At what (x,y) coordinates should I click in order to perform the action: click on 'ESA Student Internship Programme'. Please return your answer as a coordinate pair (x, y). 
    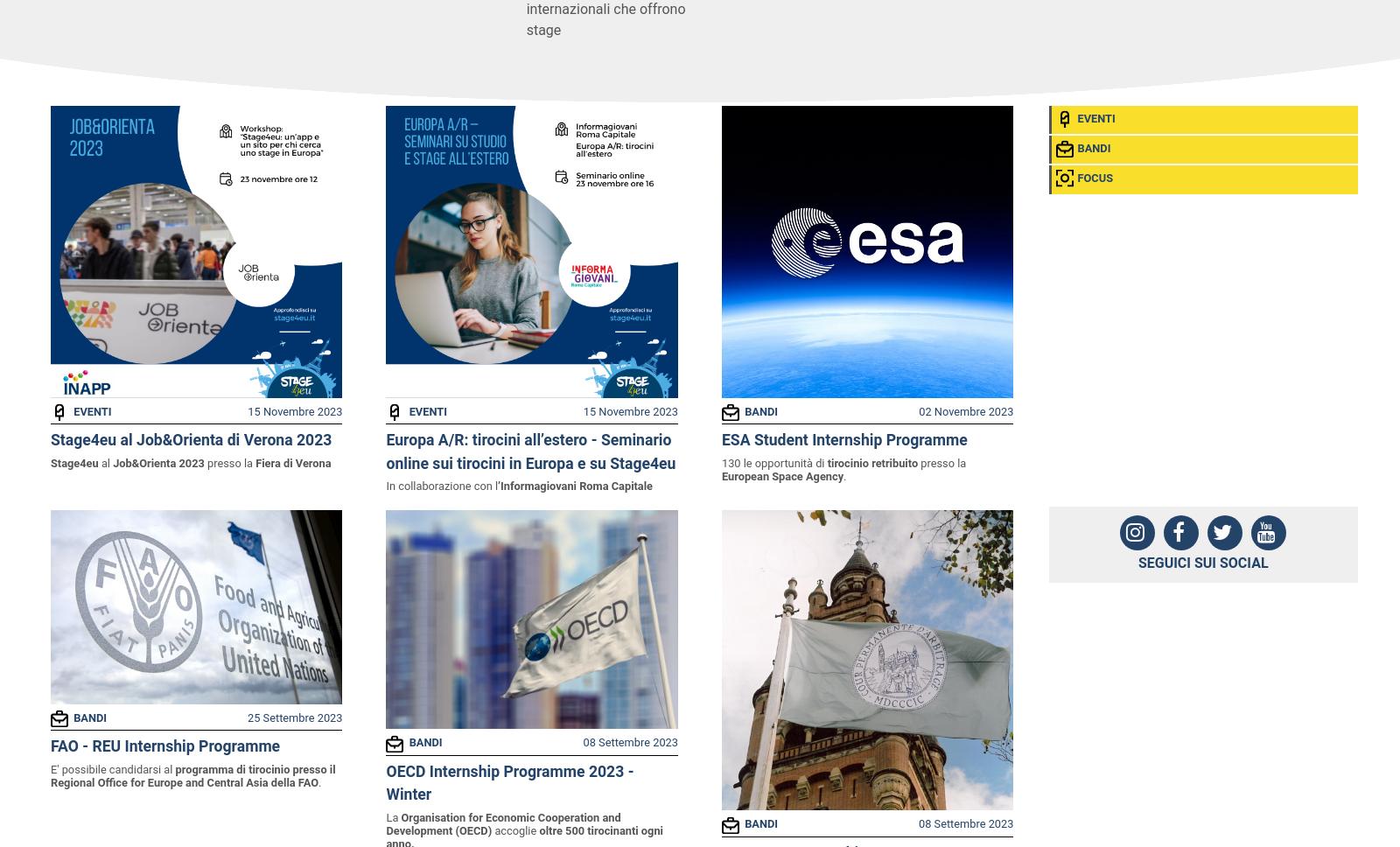
    Looking at the image, I should click on (843, 439).